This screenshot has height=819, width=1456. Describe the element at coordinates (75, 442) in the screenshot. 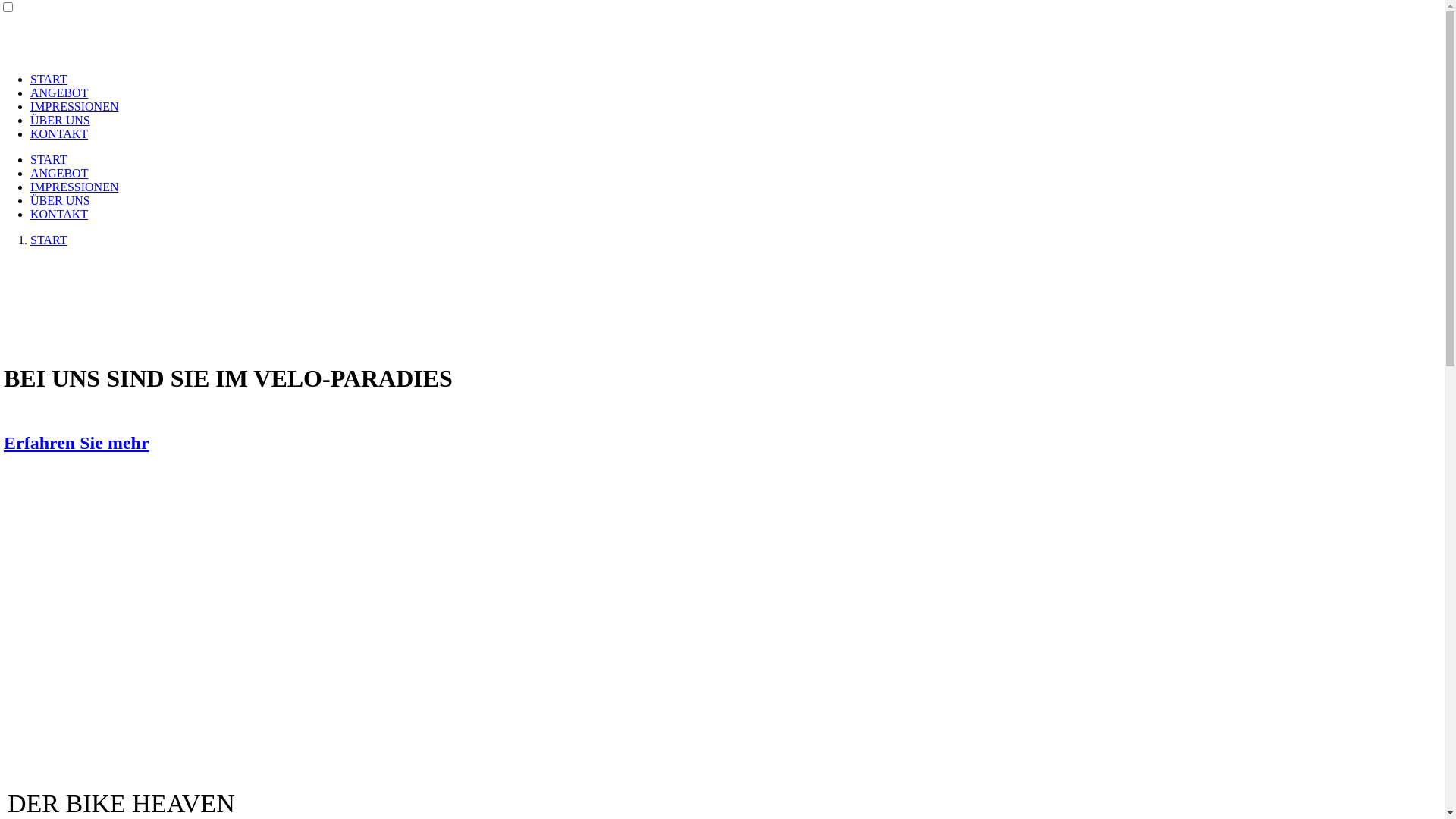

I see `'Erfahren Sie mehr'` at that location.